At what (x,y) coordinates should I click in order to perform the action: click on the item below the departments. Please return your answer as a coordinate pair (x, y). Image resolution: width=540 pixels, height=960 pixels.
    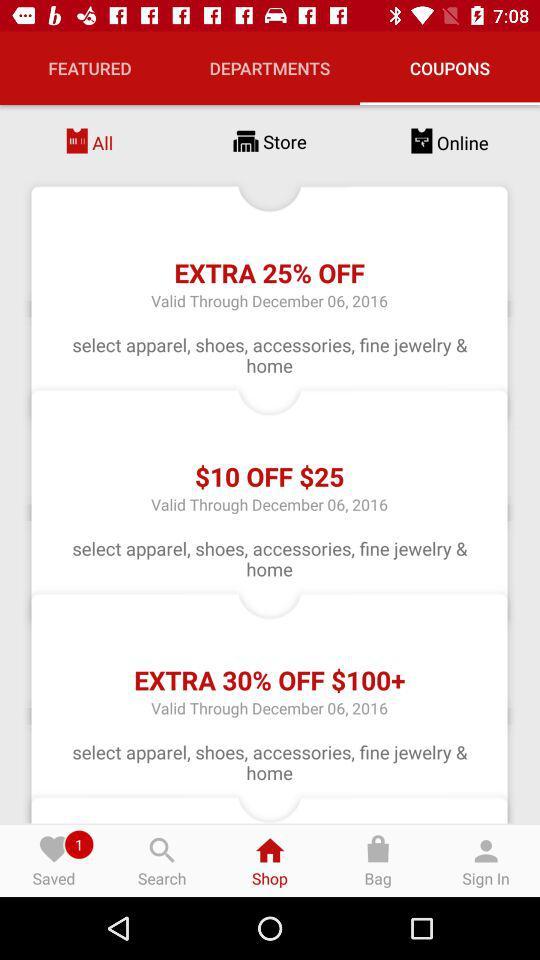
    Looking at the image, I should click on (270, 140).